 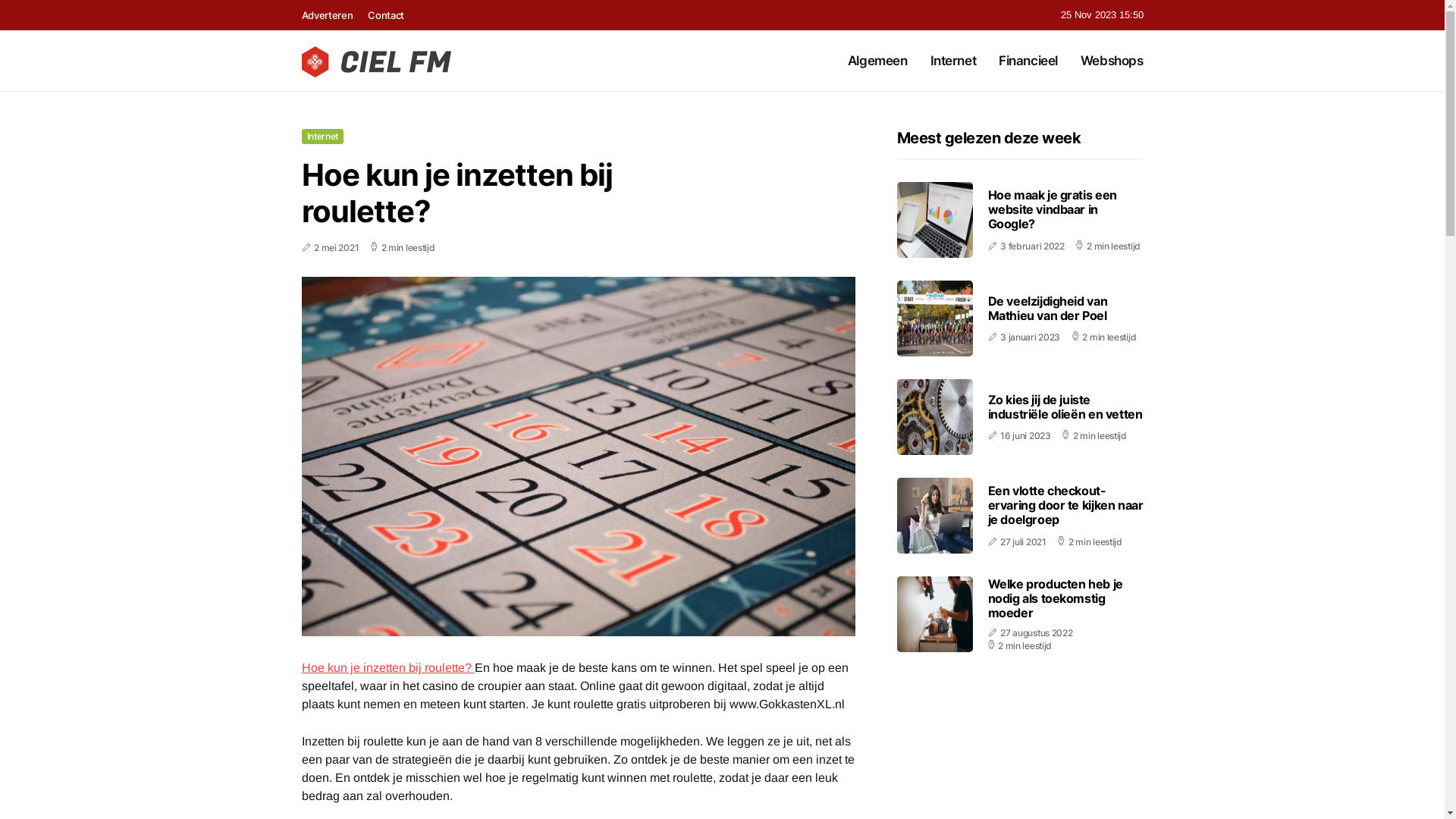 I want to click on 'Contact', so click(x=385, y=14).